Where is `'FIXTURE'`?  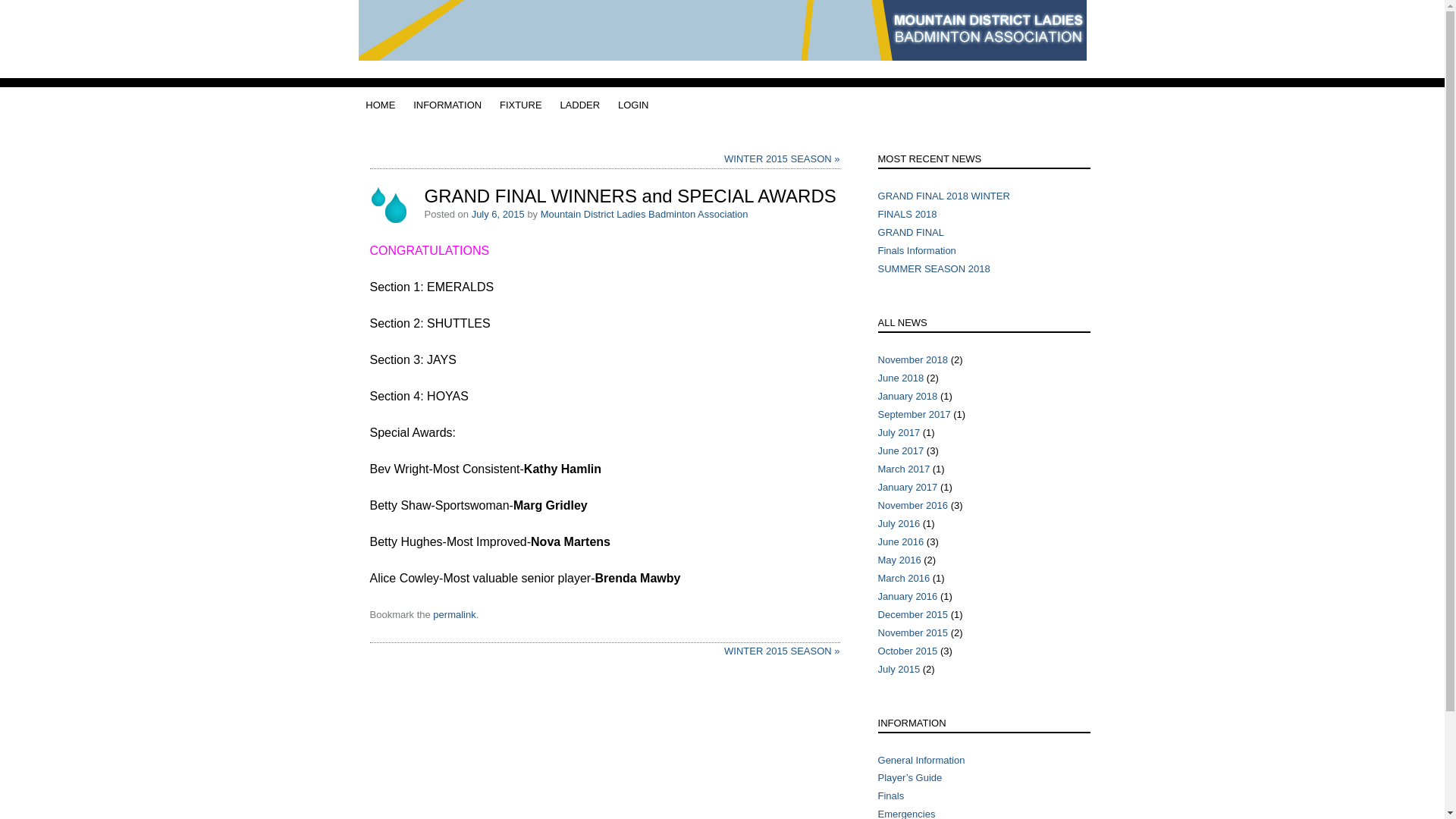 'FIXTURE' is located at coordinates (499, 104).